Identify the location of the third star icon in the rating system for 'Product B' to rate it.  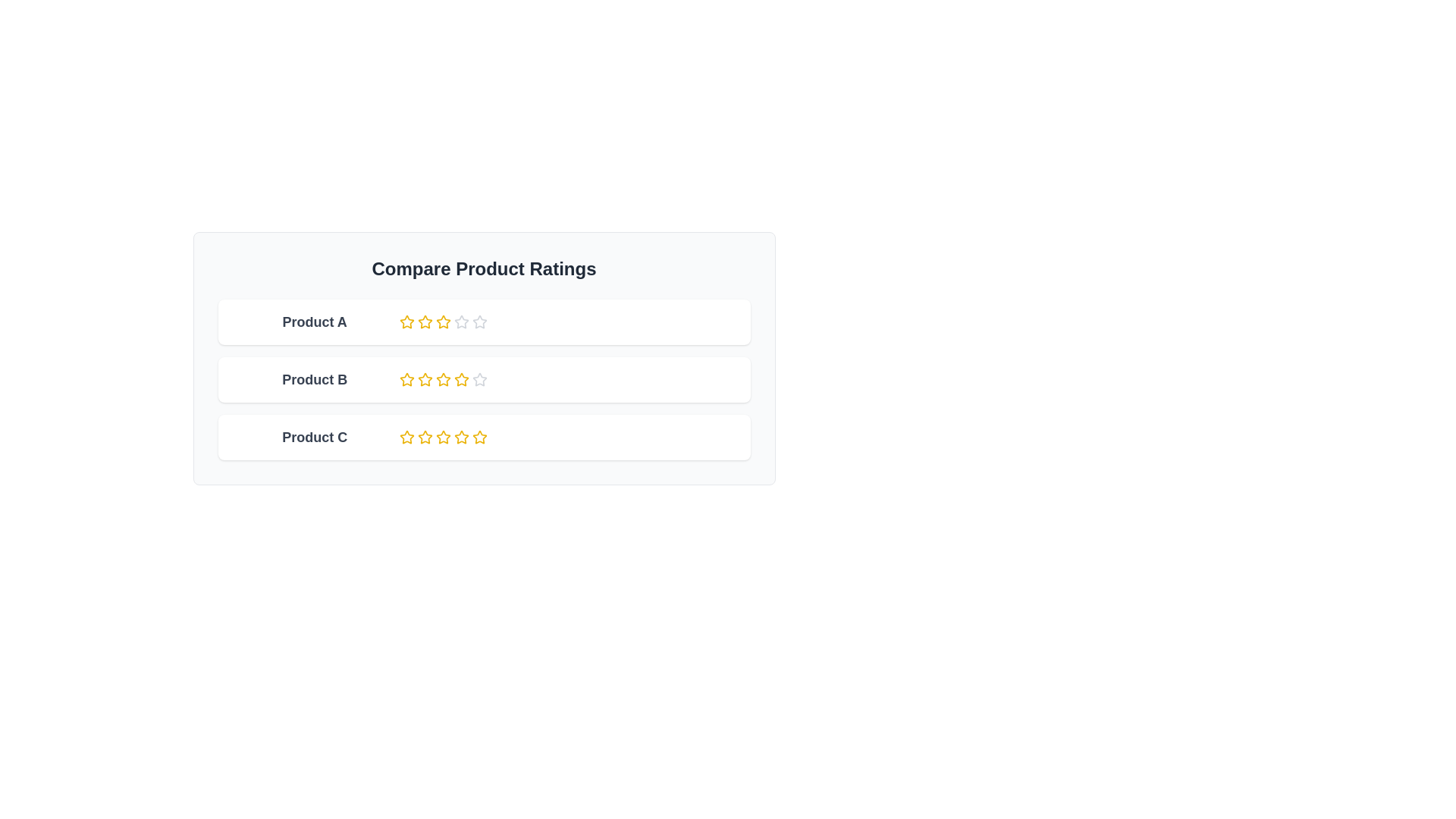
(425, 378).